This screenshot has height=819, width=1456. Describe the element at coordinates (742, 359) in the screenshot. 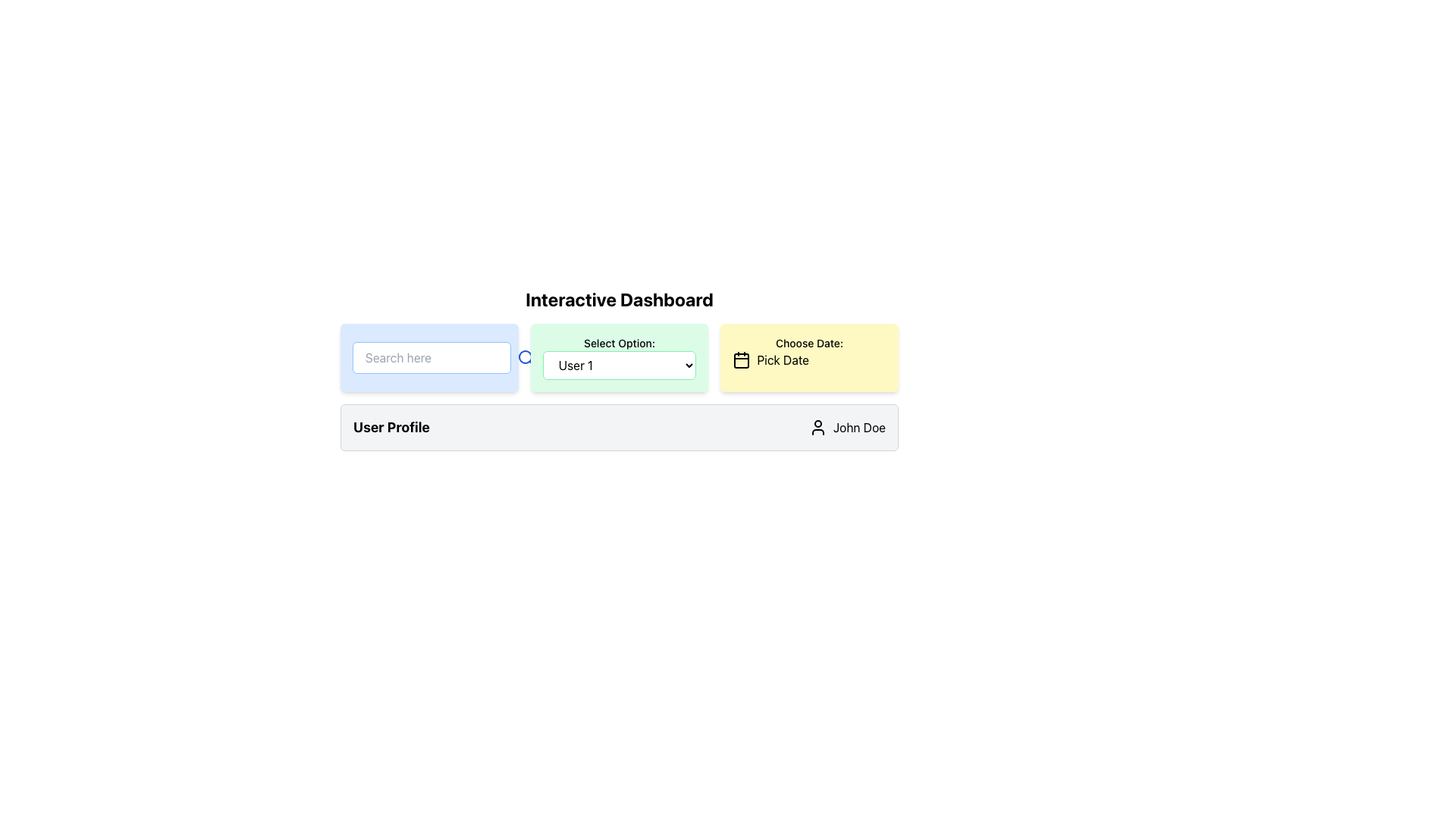

I see `the calendar icon located to the left of the 'Pick Date' text in the 'Choose Date:' section, which is styled with black strokes on a transparent background` at that location.